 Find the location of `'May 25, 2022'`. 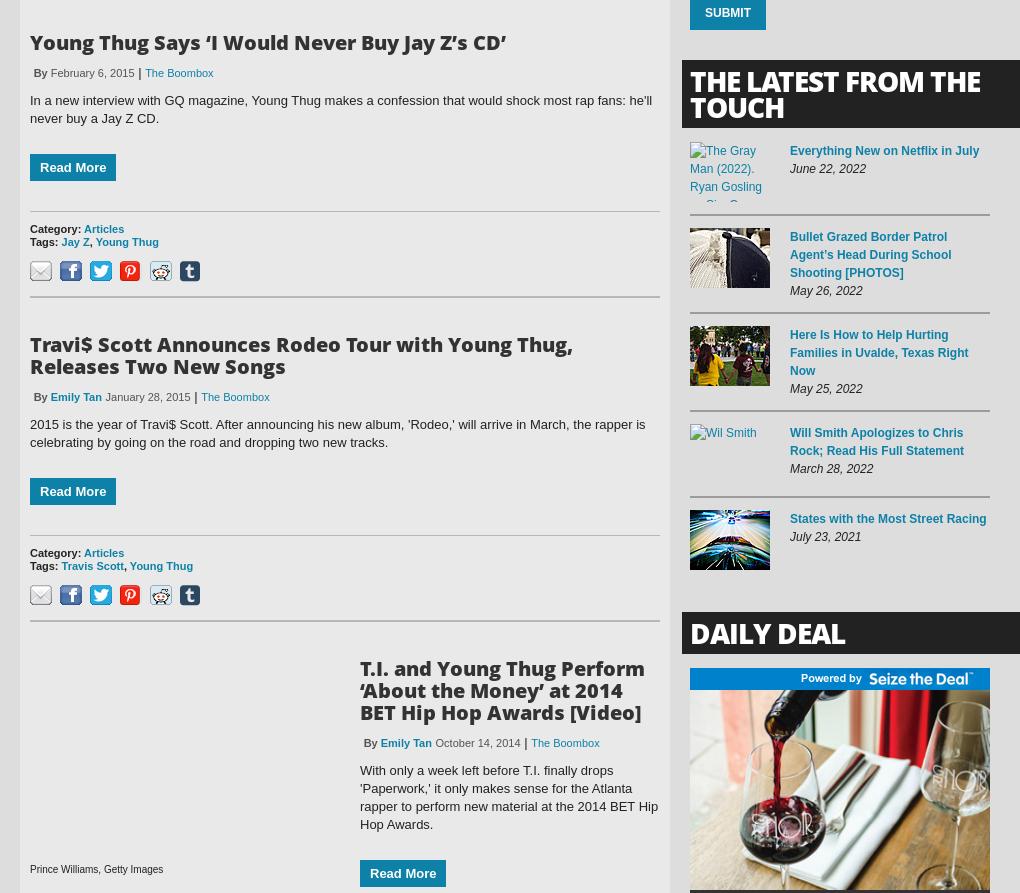

'May 25, 2022' is located at coordinates (825, 388).